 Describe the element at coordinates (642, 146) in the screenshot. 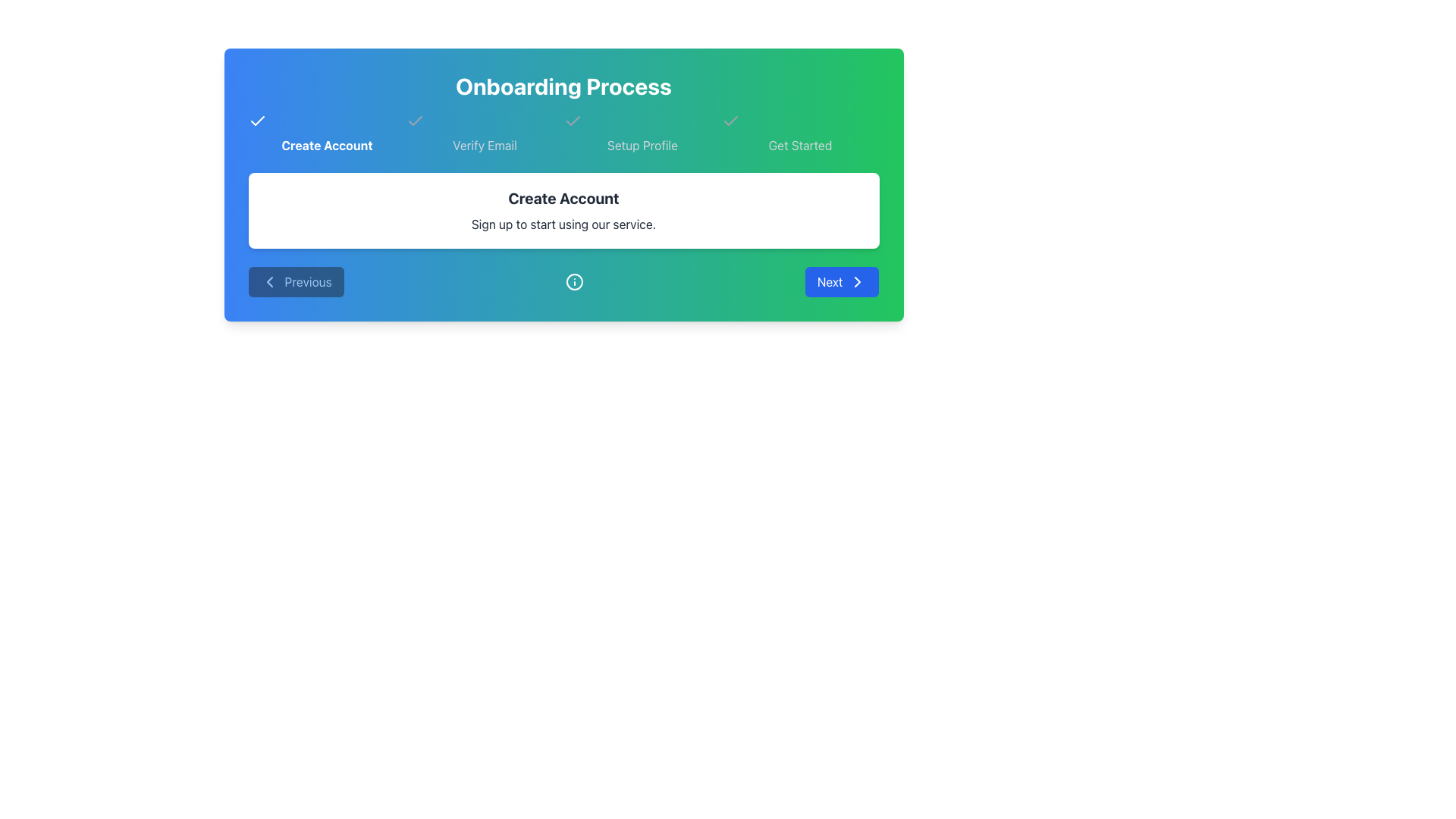

I see `the 'Setup Profile' text label, which is the third step in the horizontal step indicator at the top of the interface, displayed in white against a gradient blue to green background` at that location.